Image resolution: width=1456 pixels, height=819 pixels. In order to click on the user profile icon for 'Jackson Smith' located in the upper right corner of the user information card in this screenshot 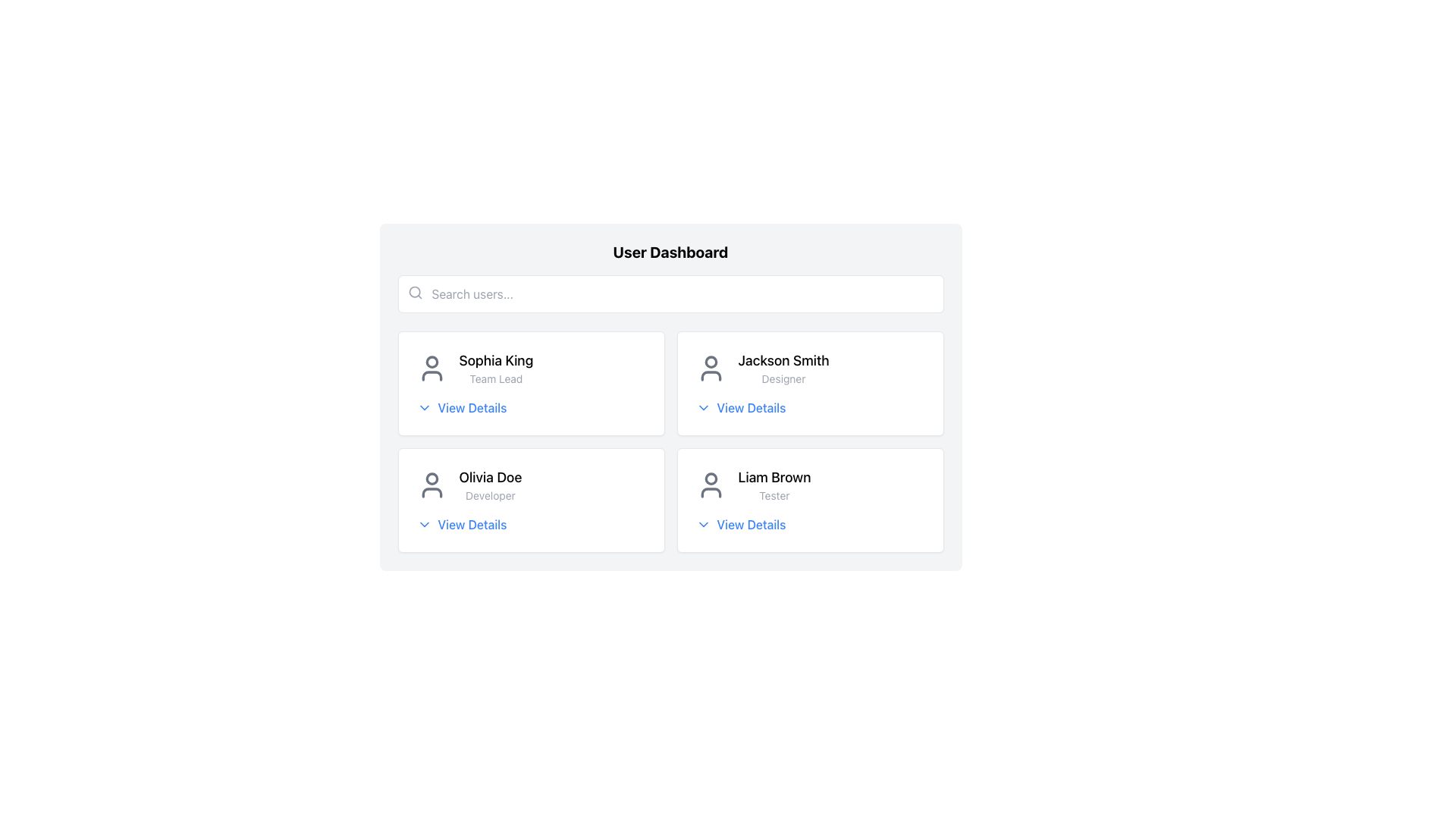, I will do `click(710, 369)`.